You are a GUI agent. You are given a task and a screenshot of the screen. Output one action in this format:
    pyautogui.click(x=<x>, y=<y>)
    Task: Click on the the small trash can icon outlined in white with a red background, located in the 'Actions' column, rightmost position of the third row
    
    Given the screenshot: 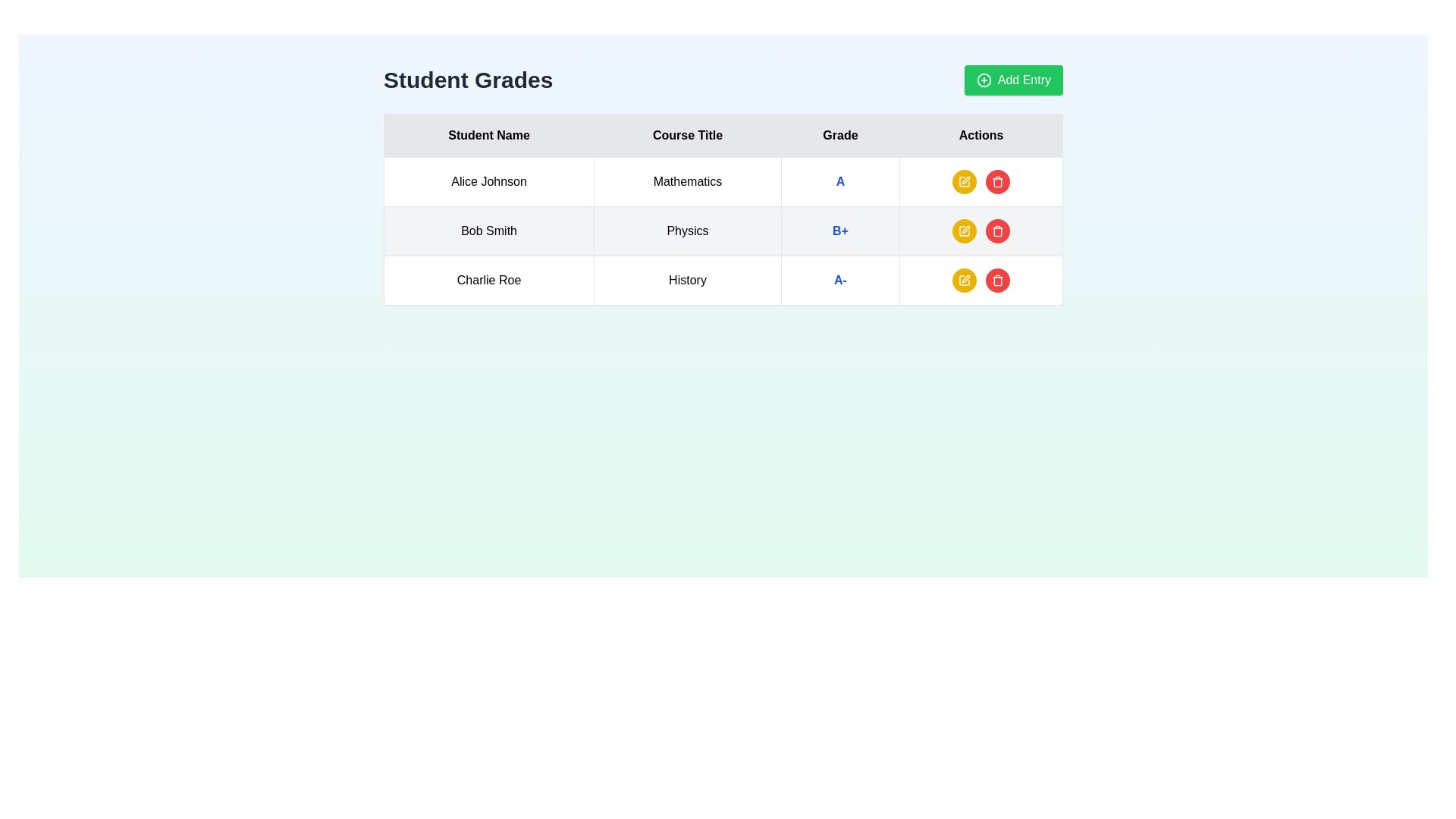 What is the action you would take?
    pyautogui.click(x=997, y=180)
    